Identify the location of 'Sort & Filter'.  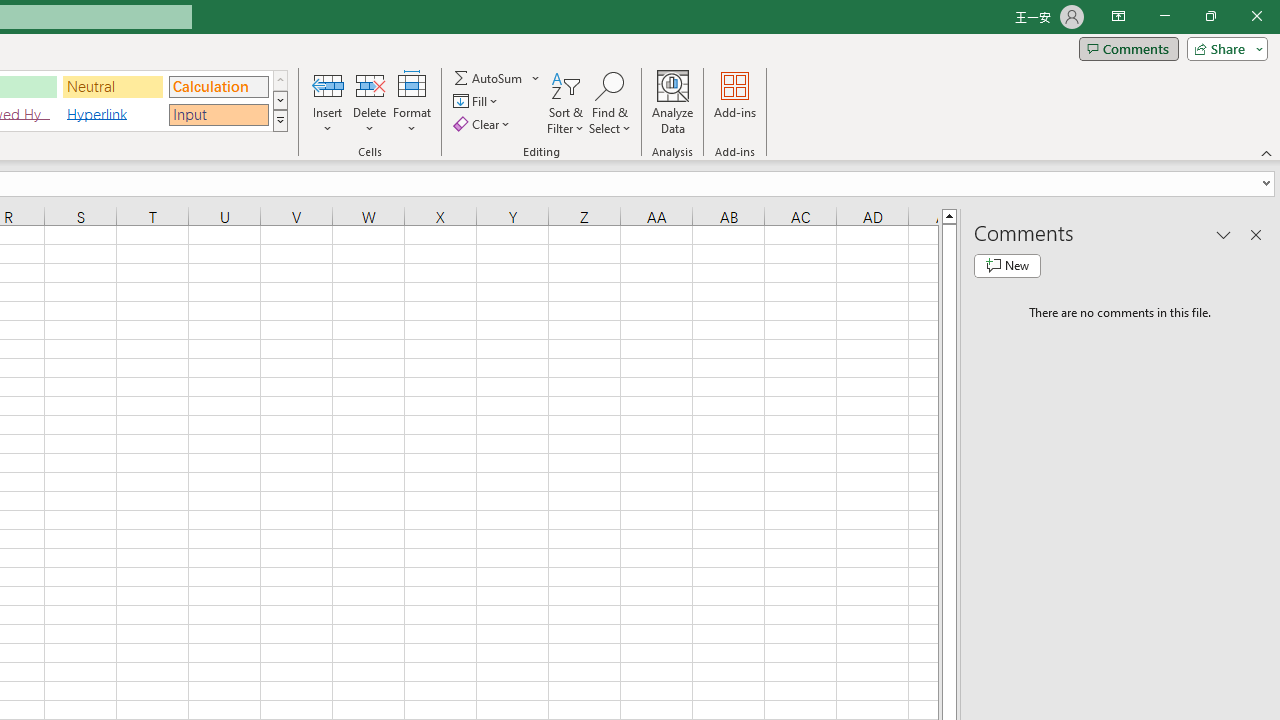
(565, 103).